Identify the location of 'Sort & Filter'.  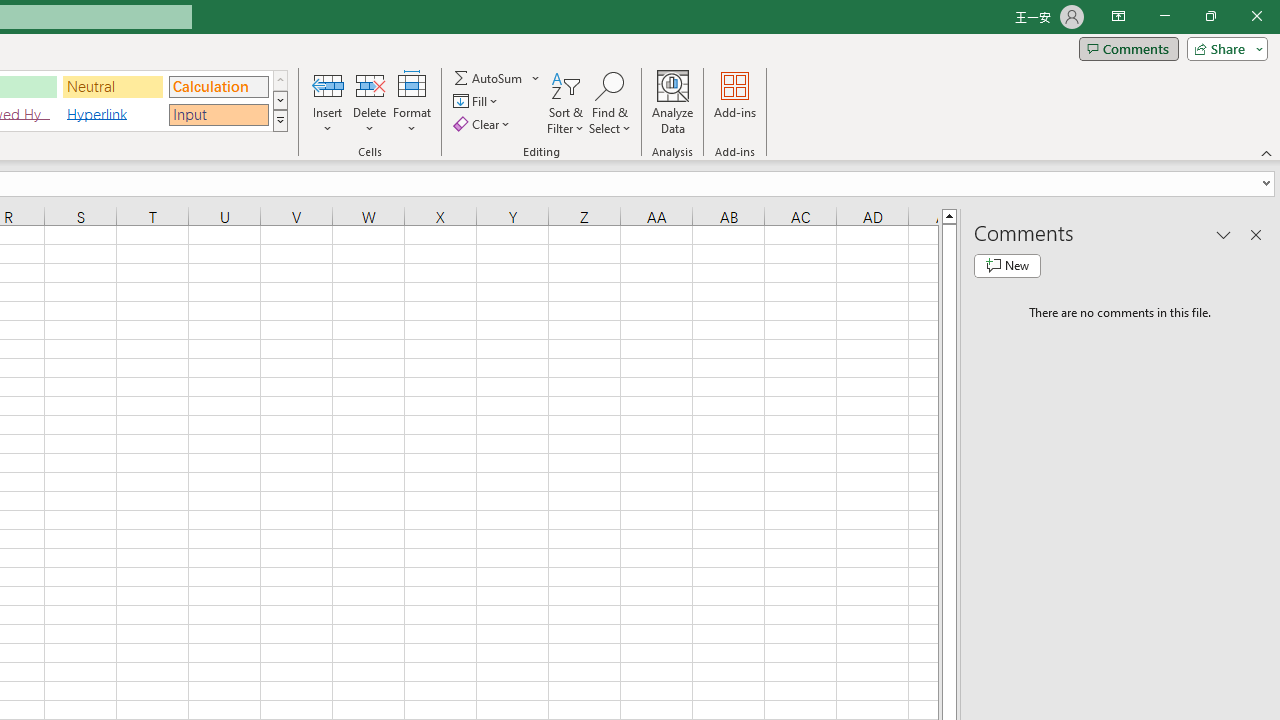
(565, 103).